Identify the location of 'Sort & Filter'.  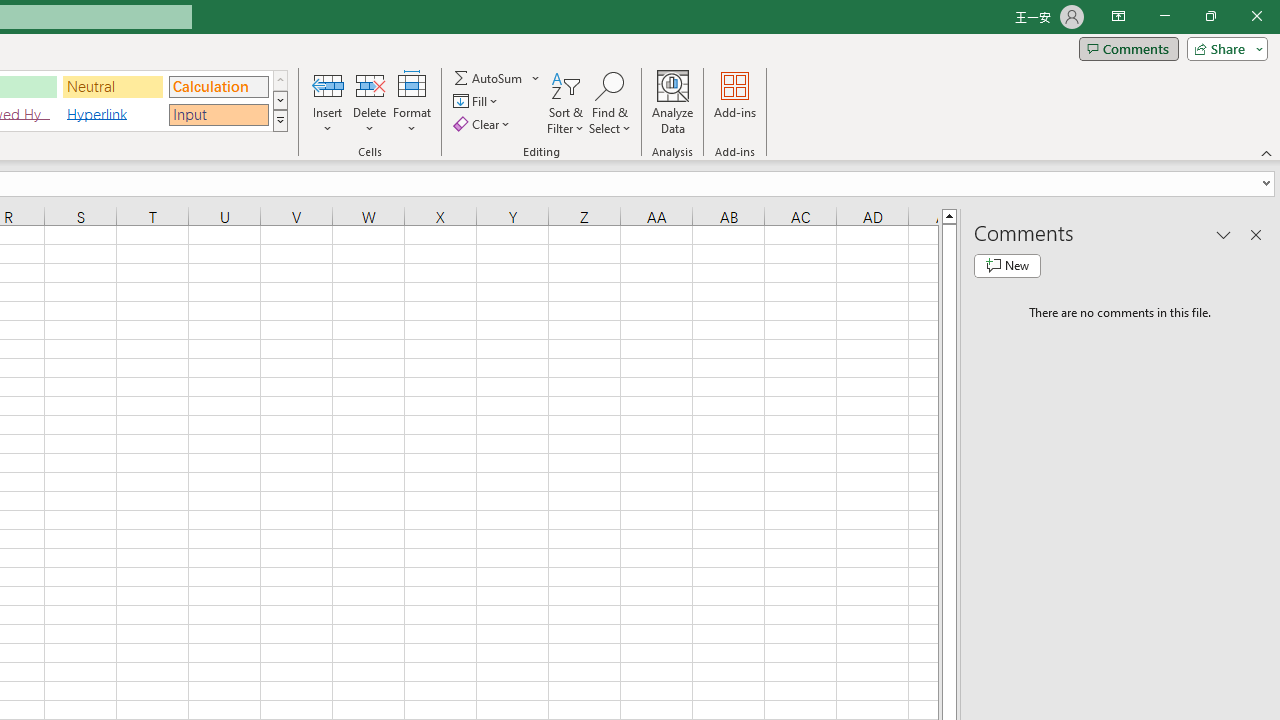
(565, 103).